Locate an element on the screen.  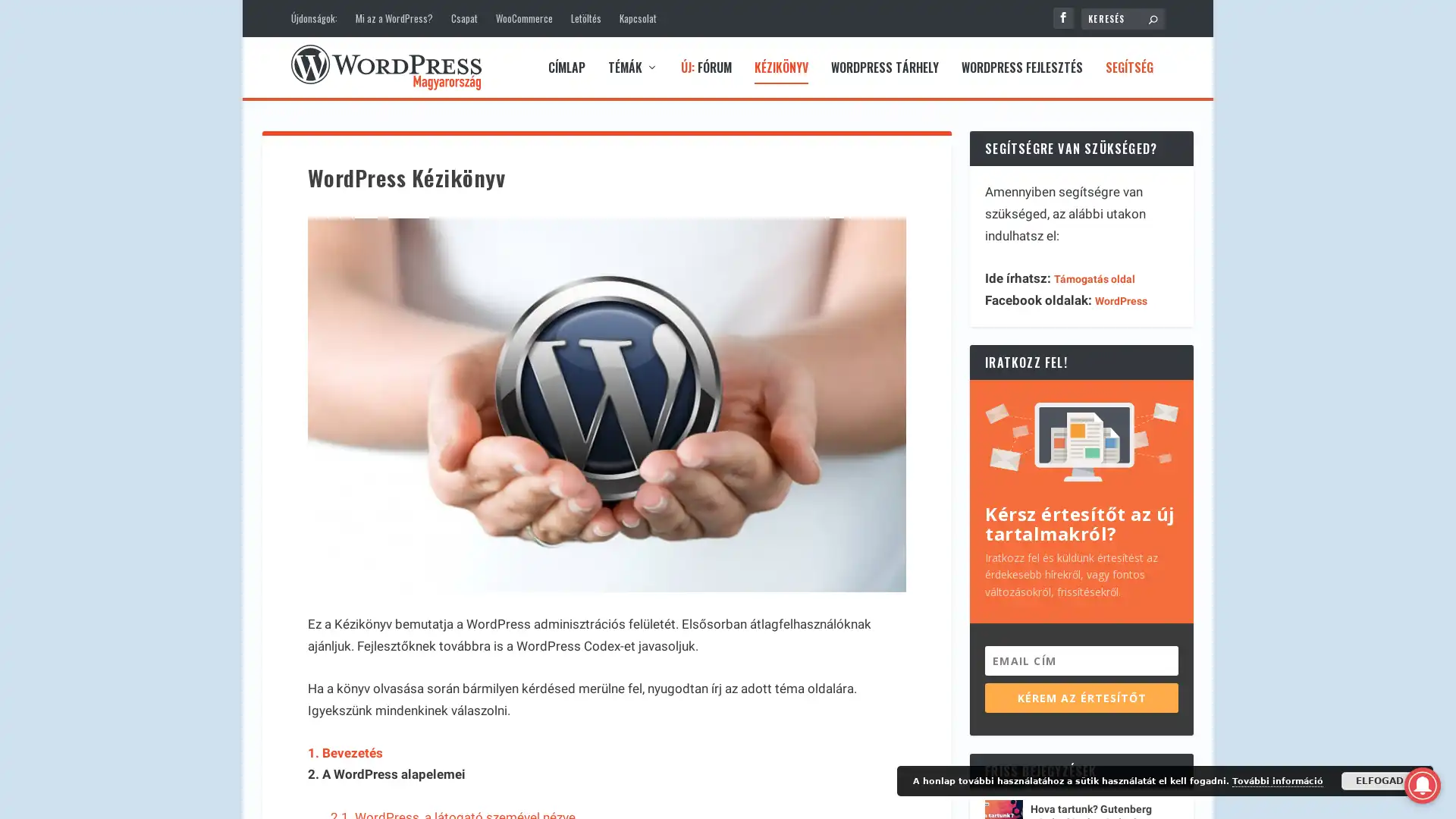
KEREM AZ ERTESITOT is located at coordinates (1081, 697).